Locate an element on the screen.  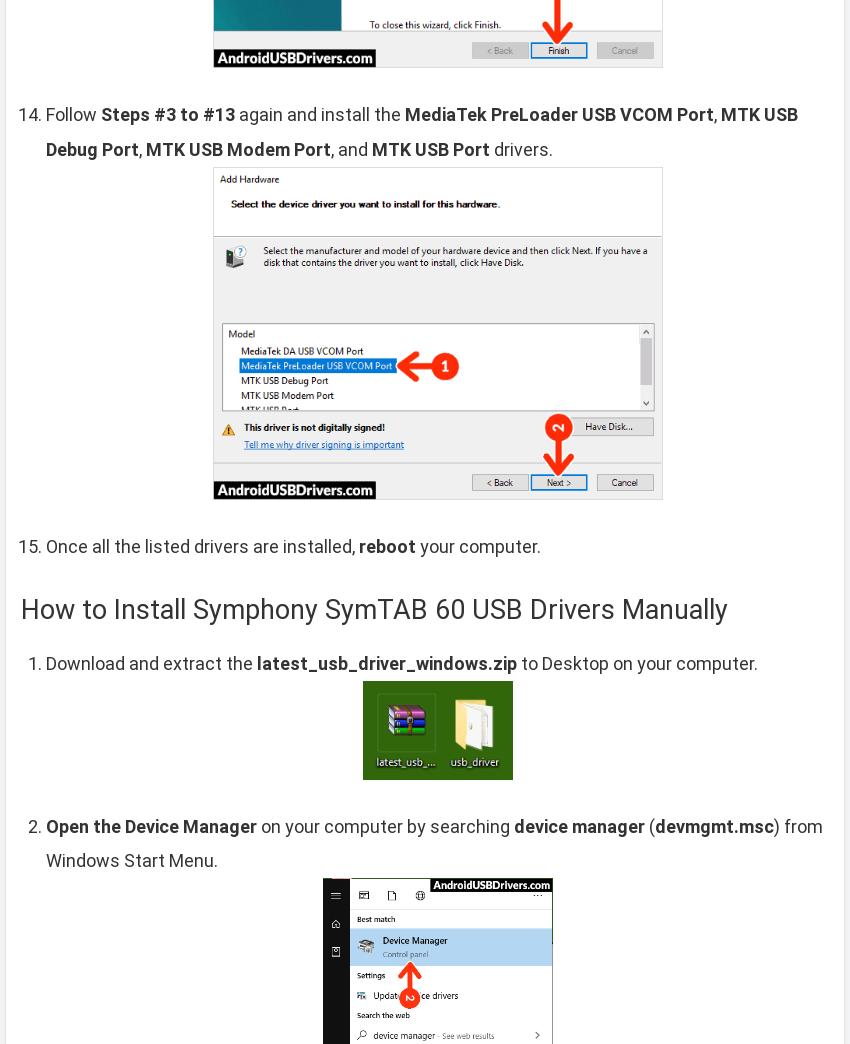
'MTK USB Debug Port' is located at coordinates (422, 130).